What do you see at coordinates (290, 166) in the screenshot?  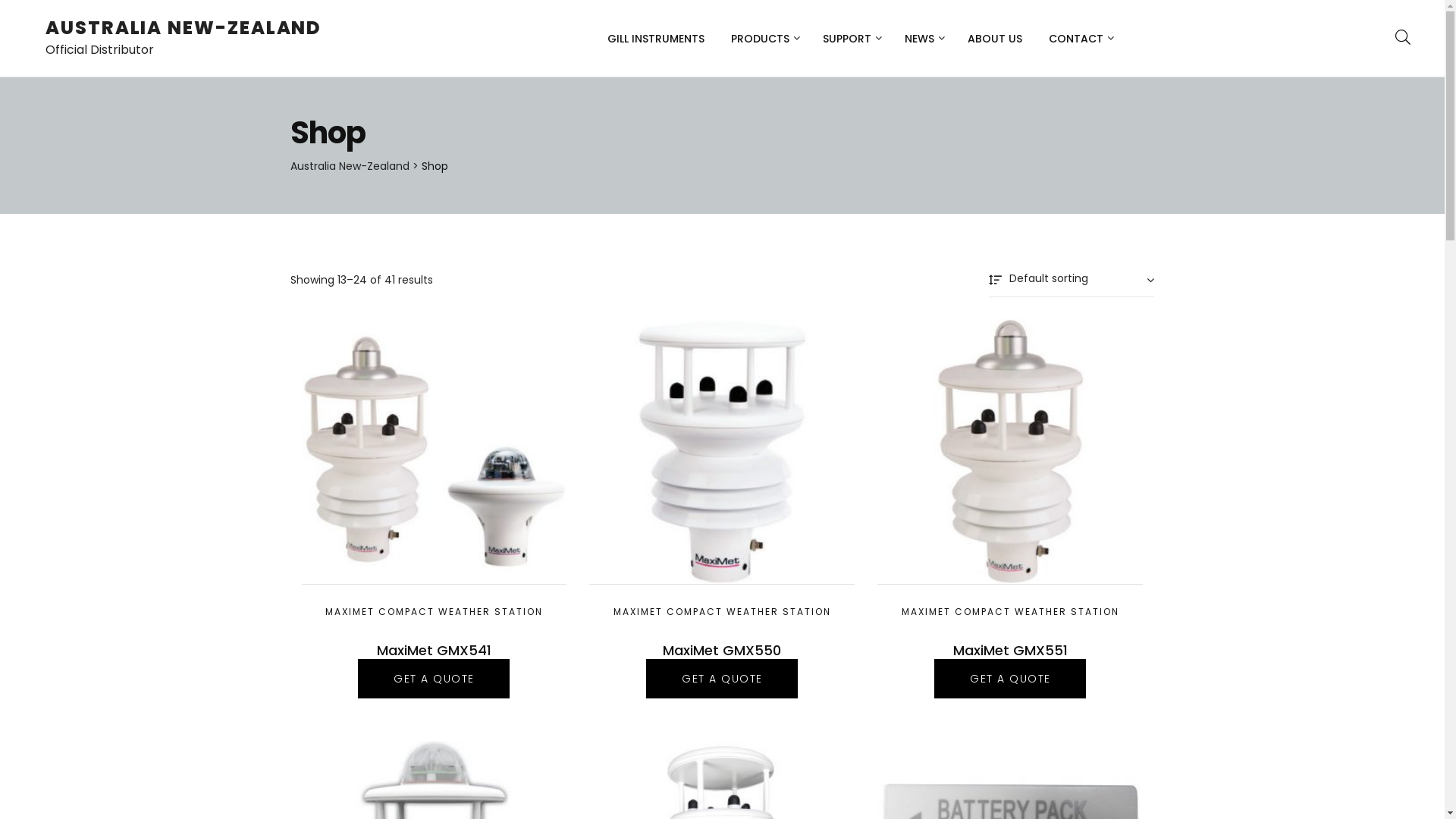 I see `'Australia New-Zealand'` at bounding box center [290, 166].